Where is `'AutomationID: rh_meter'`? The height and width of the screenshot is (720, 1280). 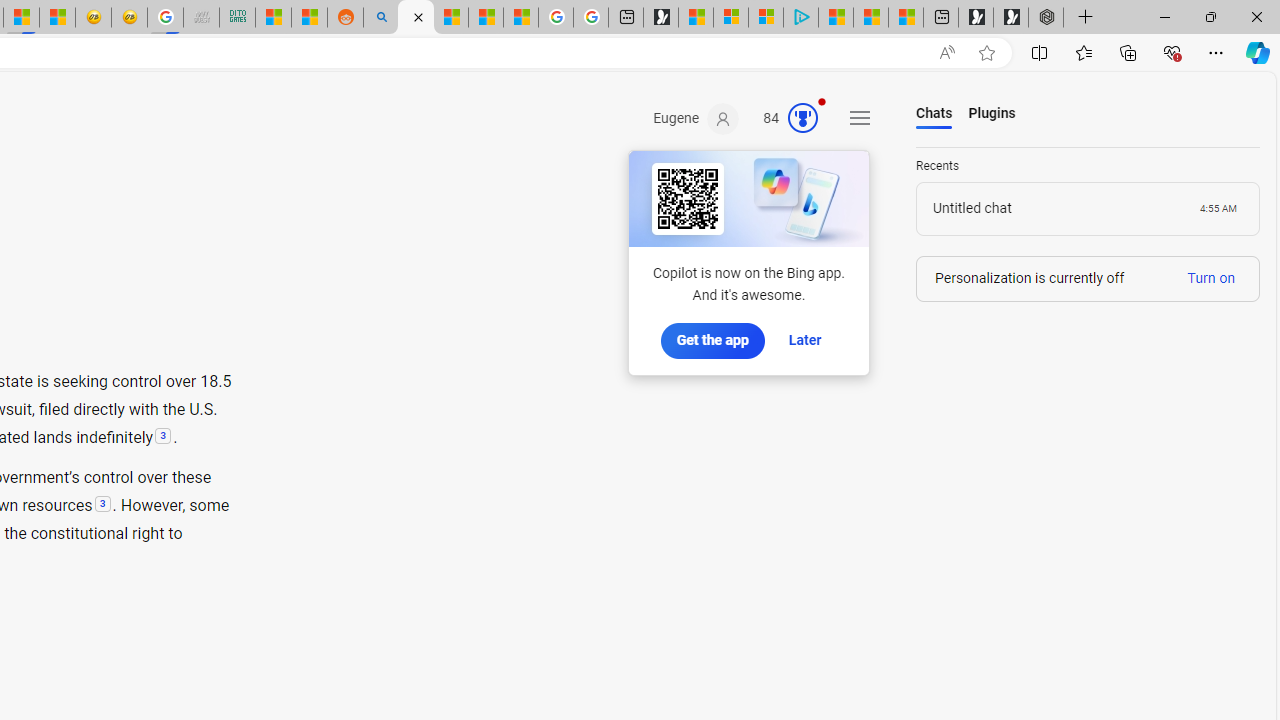 'AutomationID: rh_meter' is located at coordinates (803, 118).